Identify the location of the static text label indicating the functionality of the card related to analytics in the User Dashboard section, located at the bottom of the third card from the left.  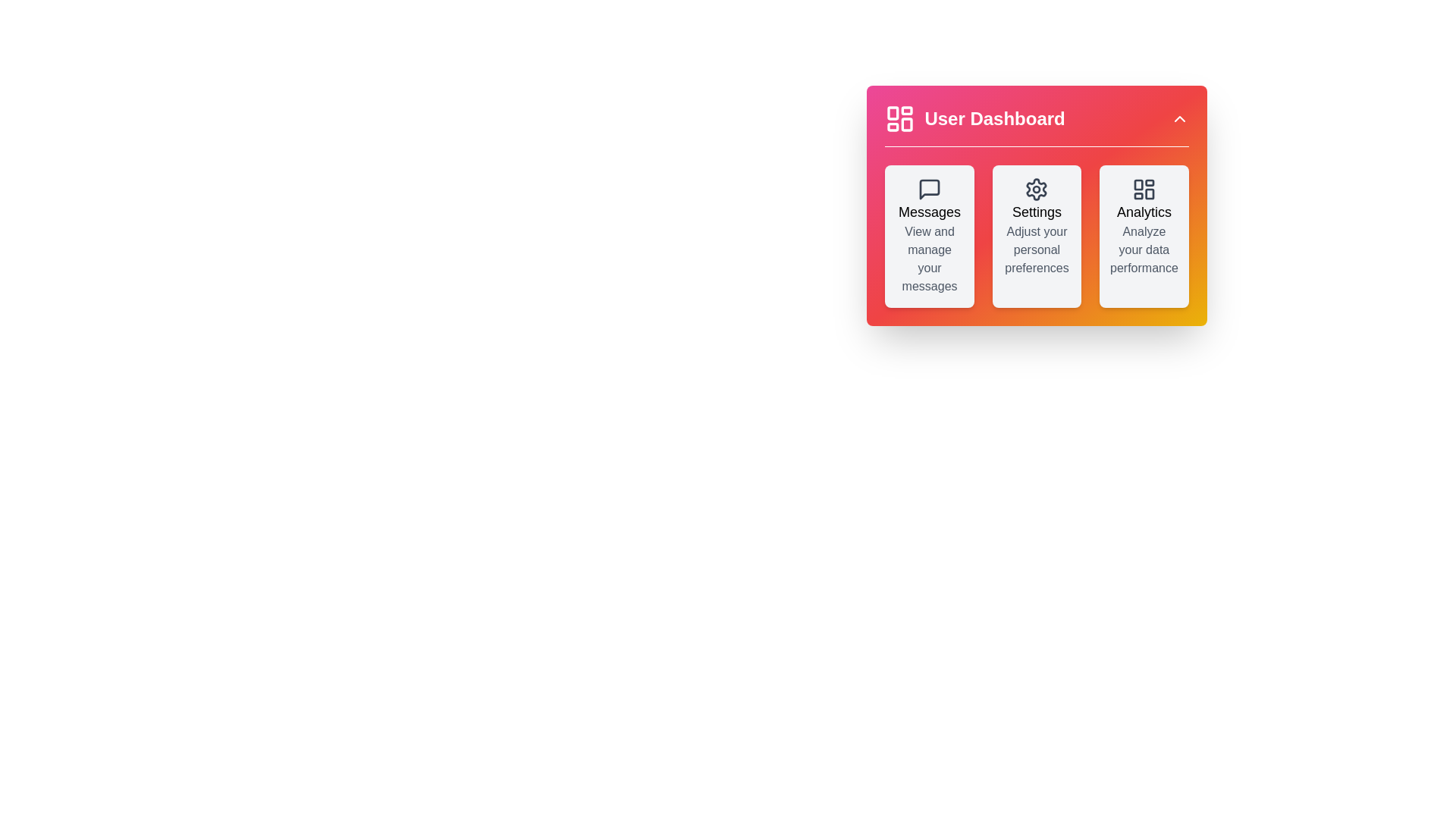
(1144, 212).